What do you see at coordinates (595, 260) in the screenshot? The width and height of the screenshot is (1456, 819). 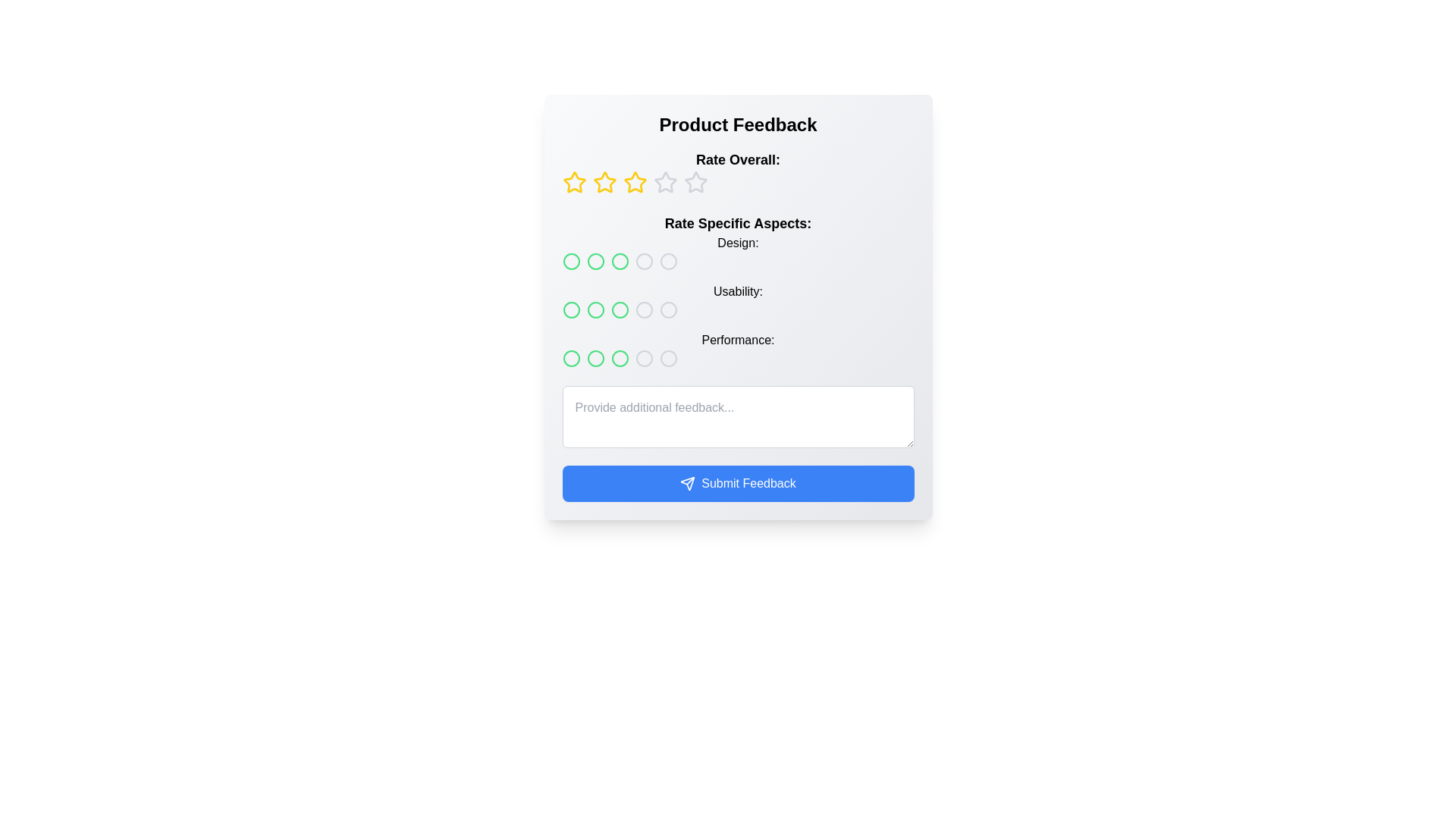 I see `the second interactive rating circle with green borders in the 'Rate Specific Aspects: Design' section` at bounding box center [595, 260].